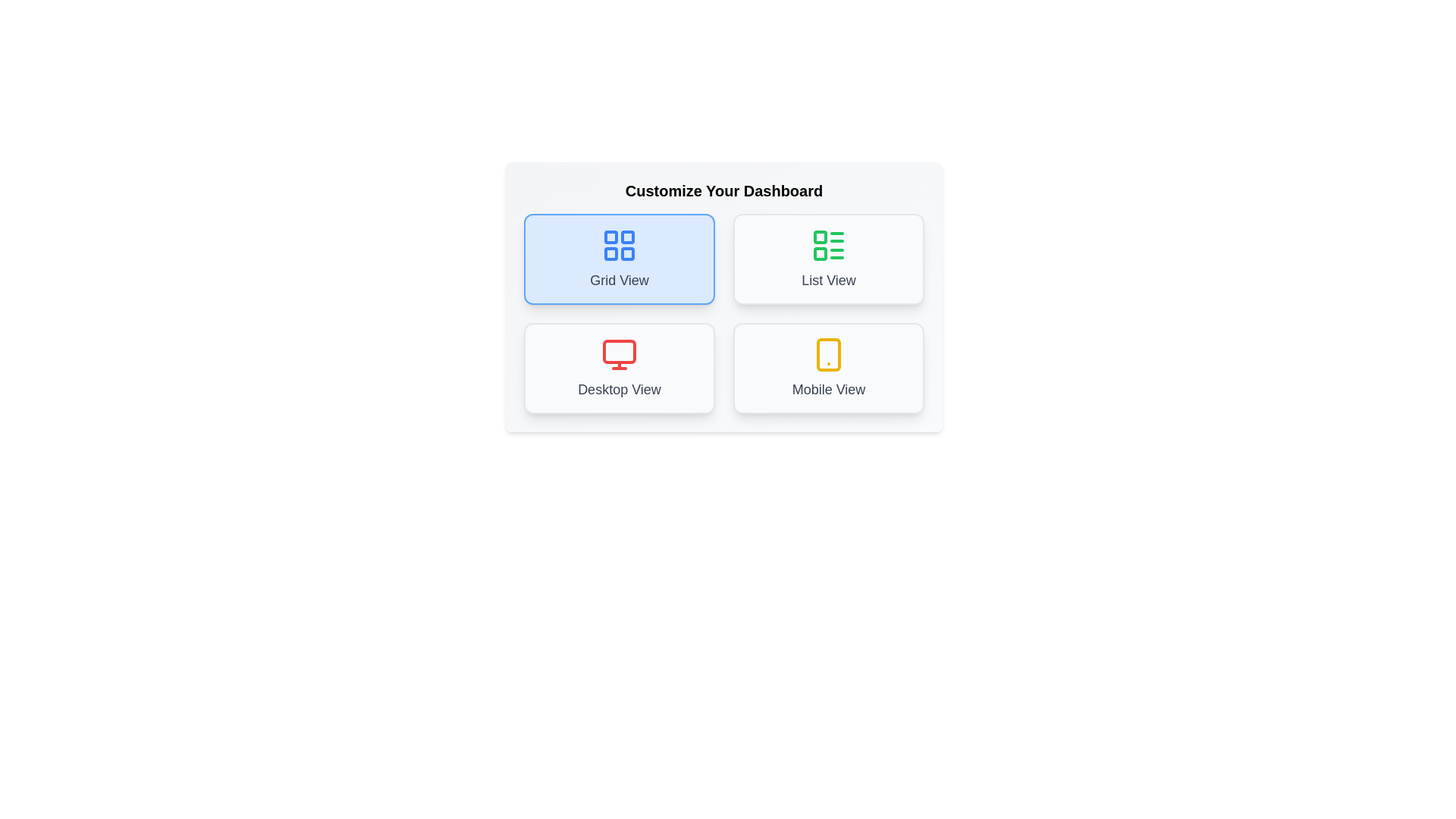  What do you see at coordinates (619, 369) in the screenshot?
I see `the button corresponding to the layout Desktop View` at bounding box center [619, 369].